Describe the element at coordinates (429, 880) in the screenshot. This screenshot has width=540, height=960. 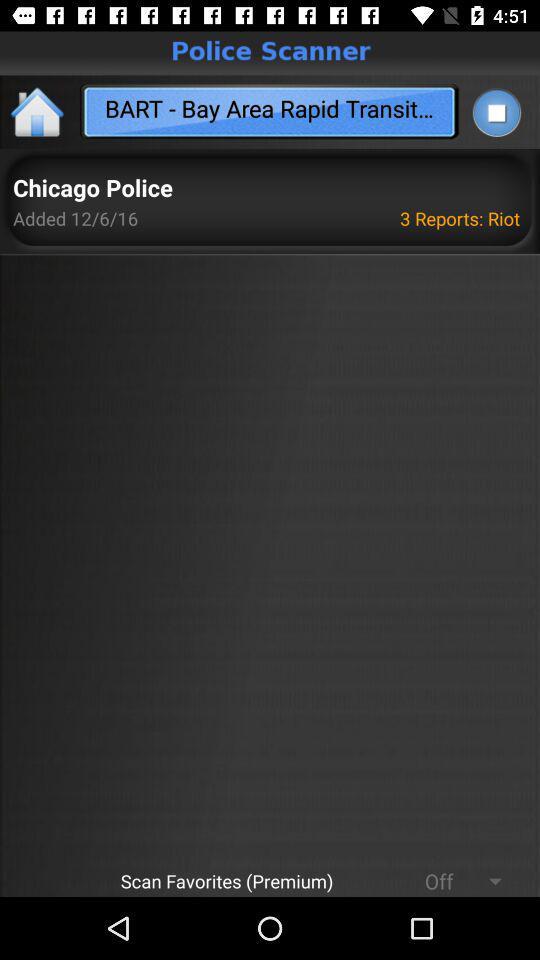
I see `the item next to scan favorites (premium)` at that location.